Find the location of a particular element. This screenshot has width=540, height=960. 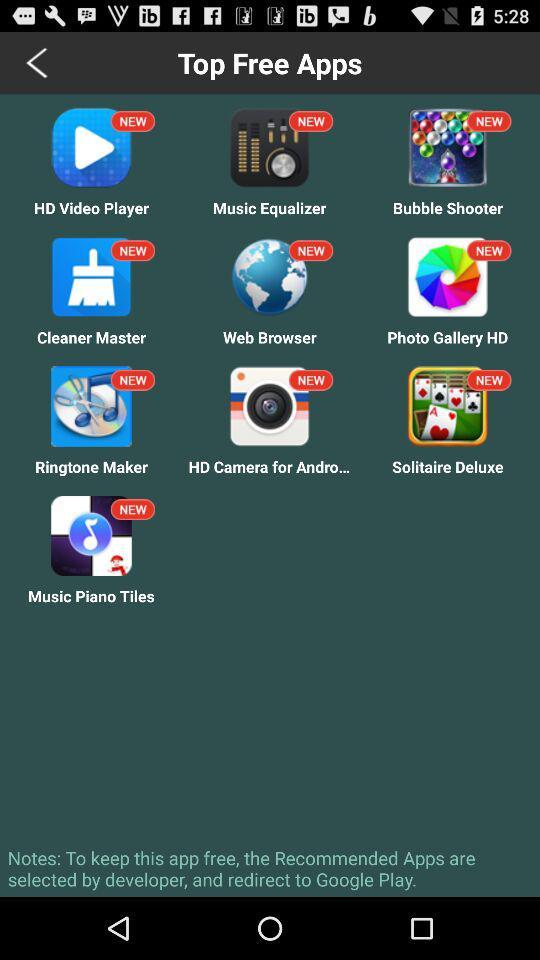

the text which is present at the top right corner of the first image in the first row is located at coordinates (133, 120).